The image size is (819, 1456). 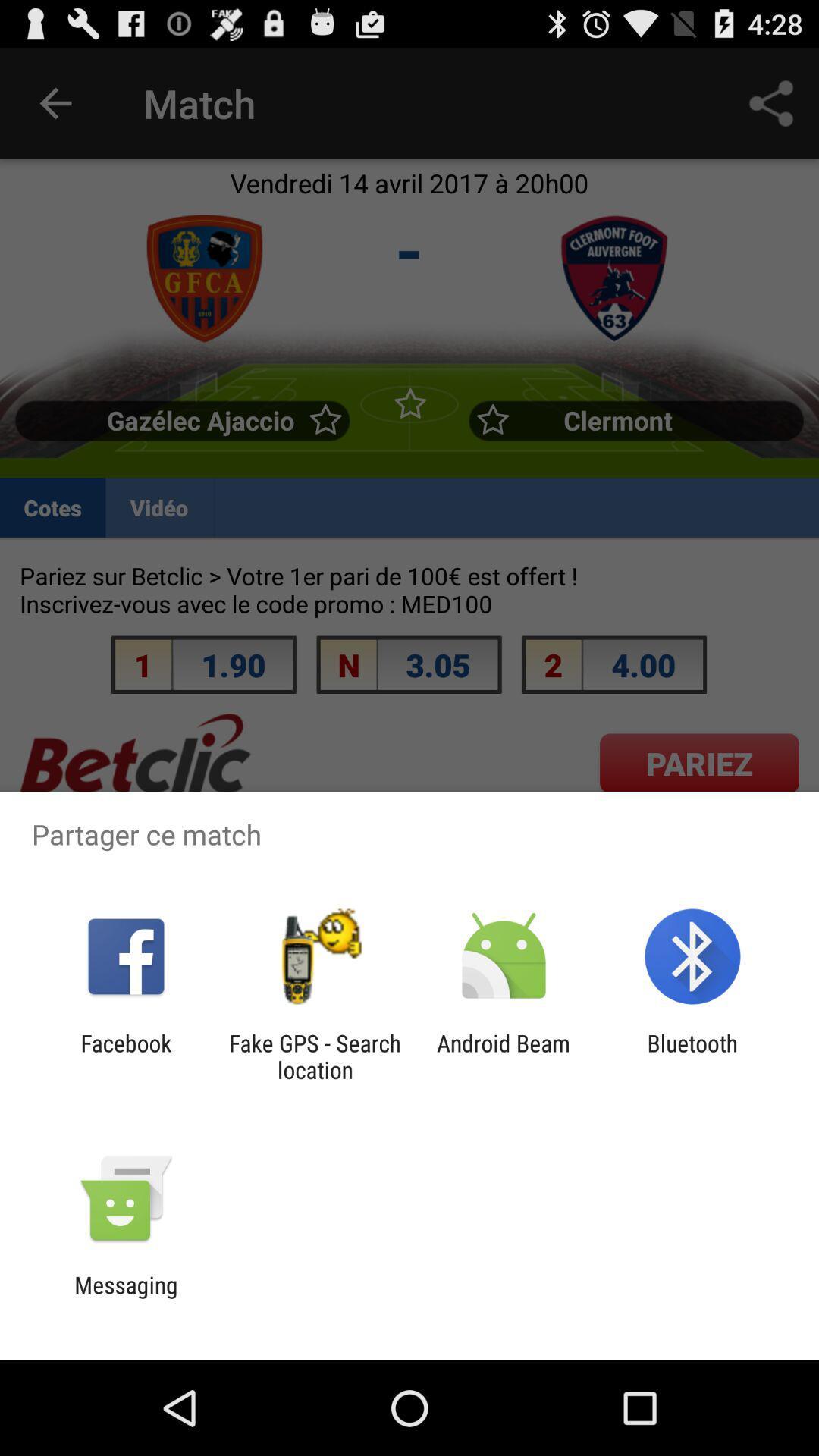 What do you see at coordinates (504, 1056) in the screenshot?
I see `app to the left of the bluetooth` at bounding box center [504, 1056].